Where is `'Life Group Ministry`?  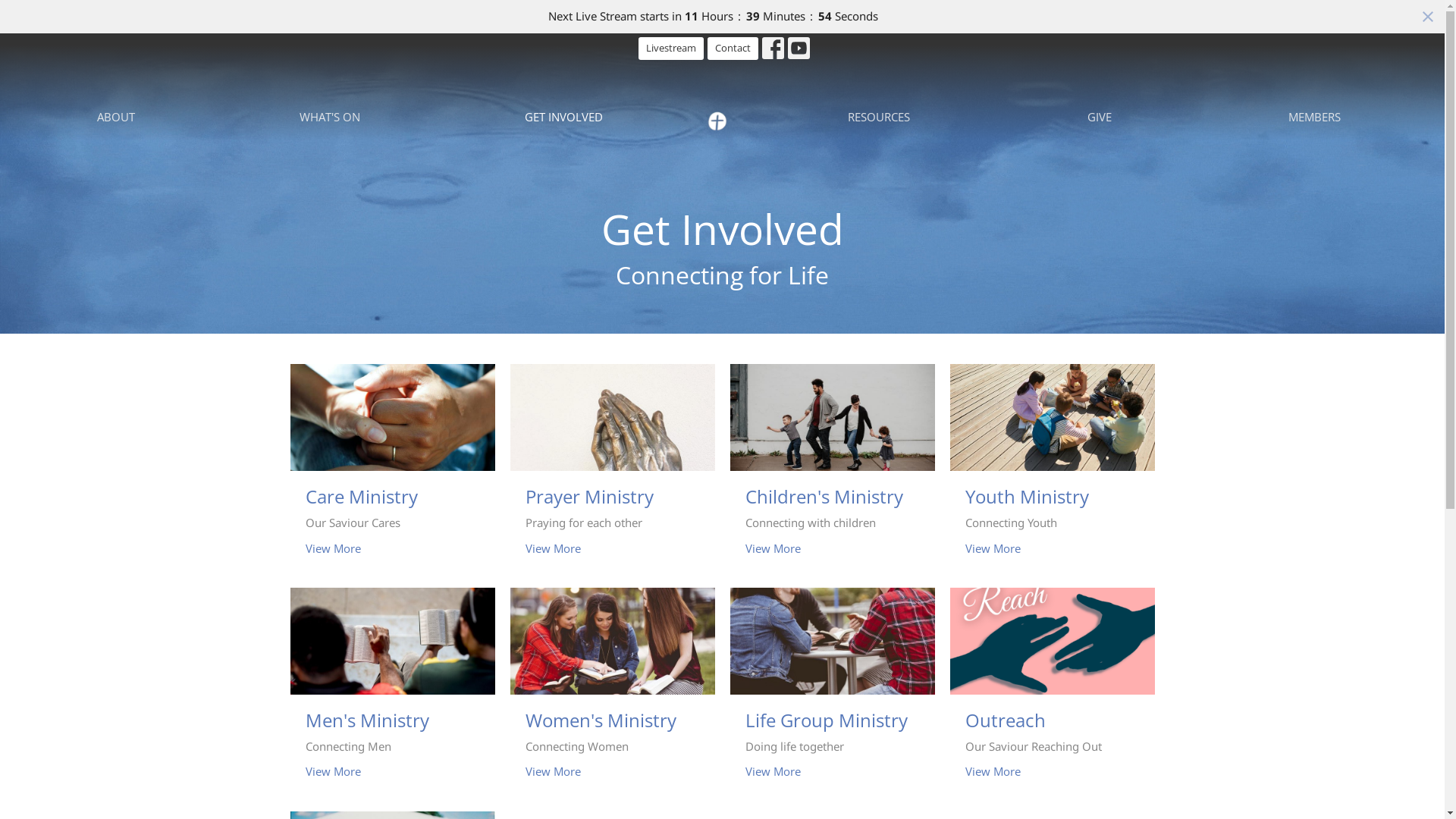 'Life Group Ministry is located at coordinates (831, 692).